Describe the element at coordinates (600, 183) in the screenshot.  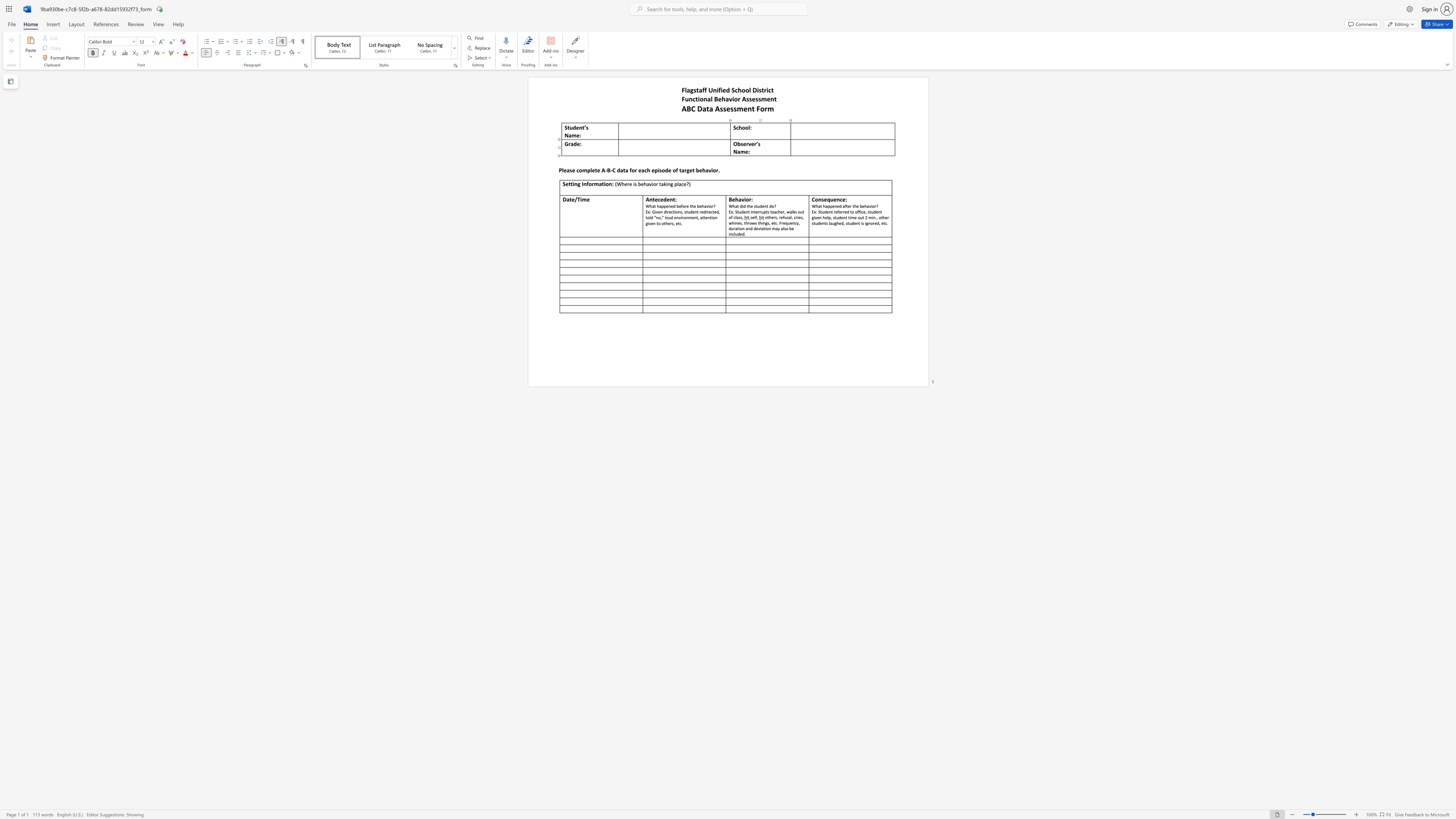
I see `the 1th character "a" in the text` at that location.